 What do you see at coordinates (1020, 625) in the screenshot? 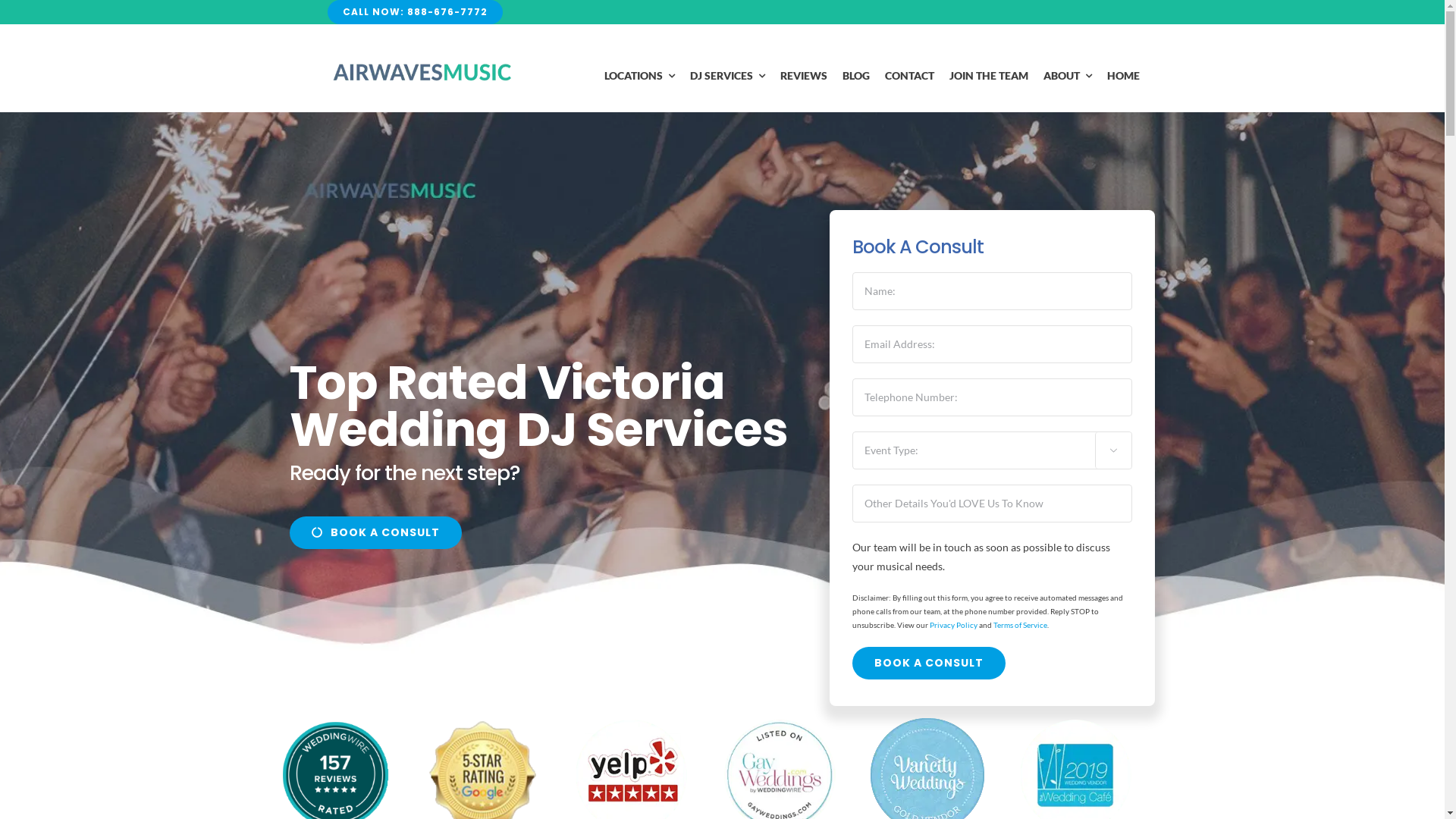
I see `'Terms of Service'` at bounding box center [1020, 625].